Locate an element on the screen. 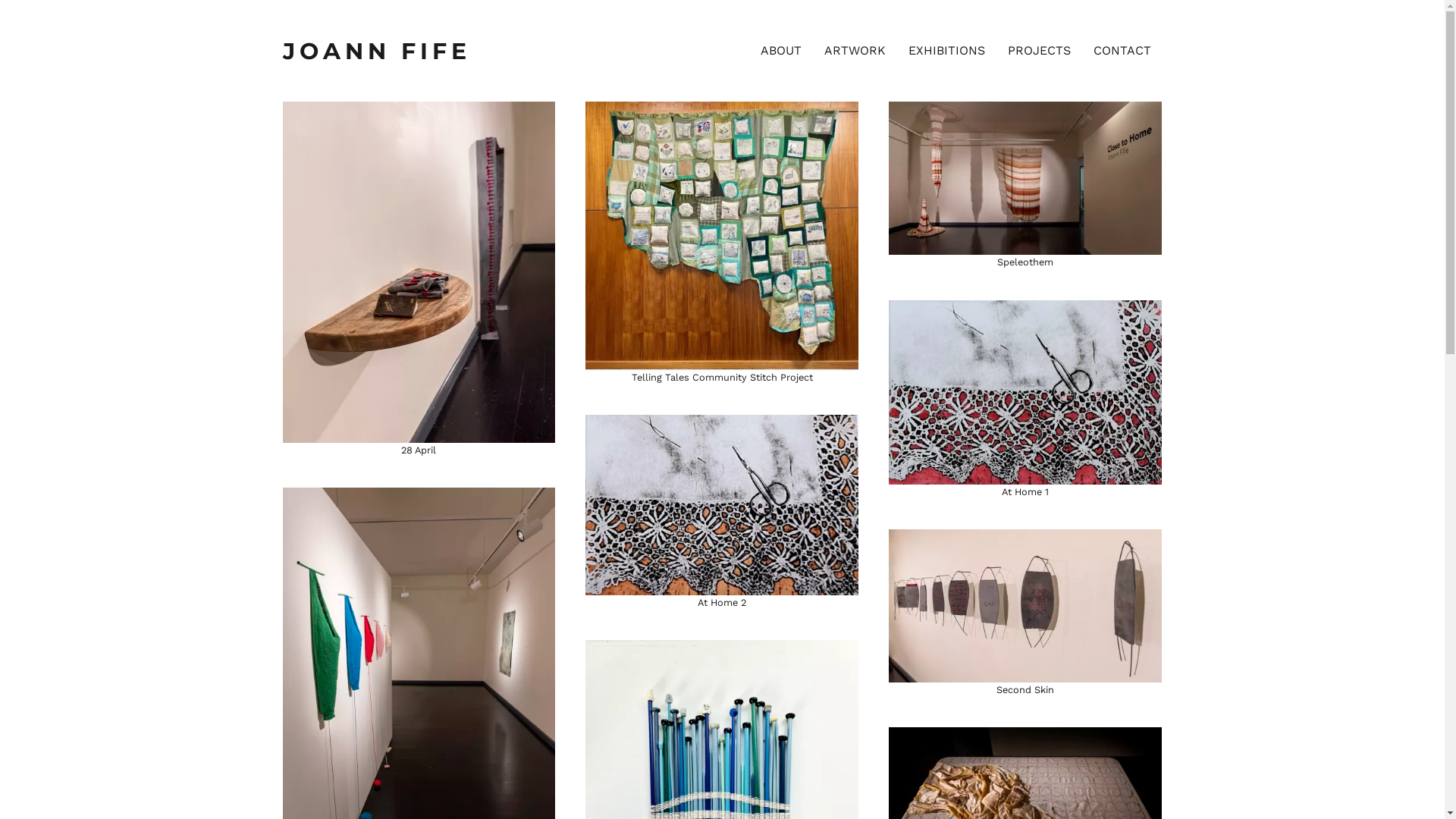 The image size is (1456, 819). 'CONTACT' is located at coordinates (1121, 49).